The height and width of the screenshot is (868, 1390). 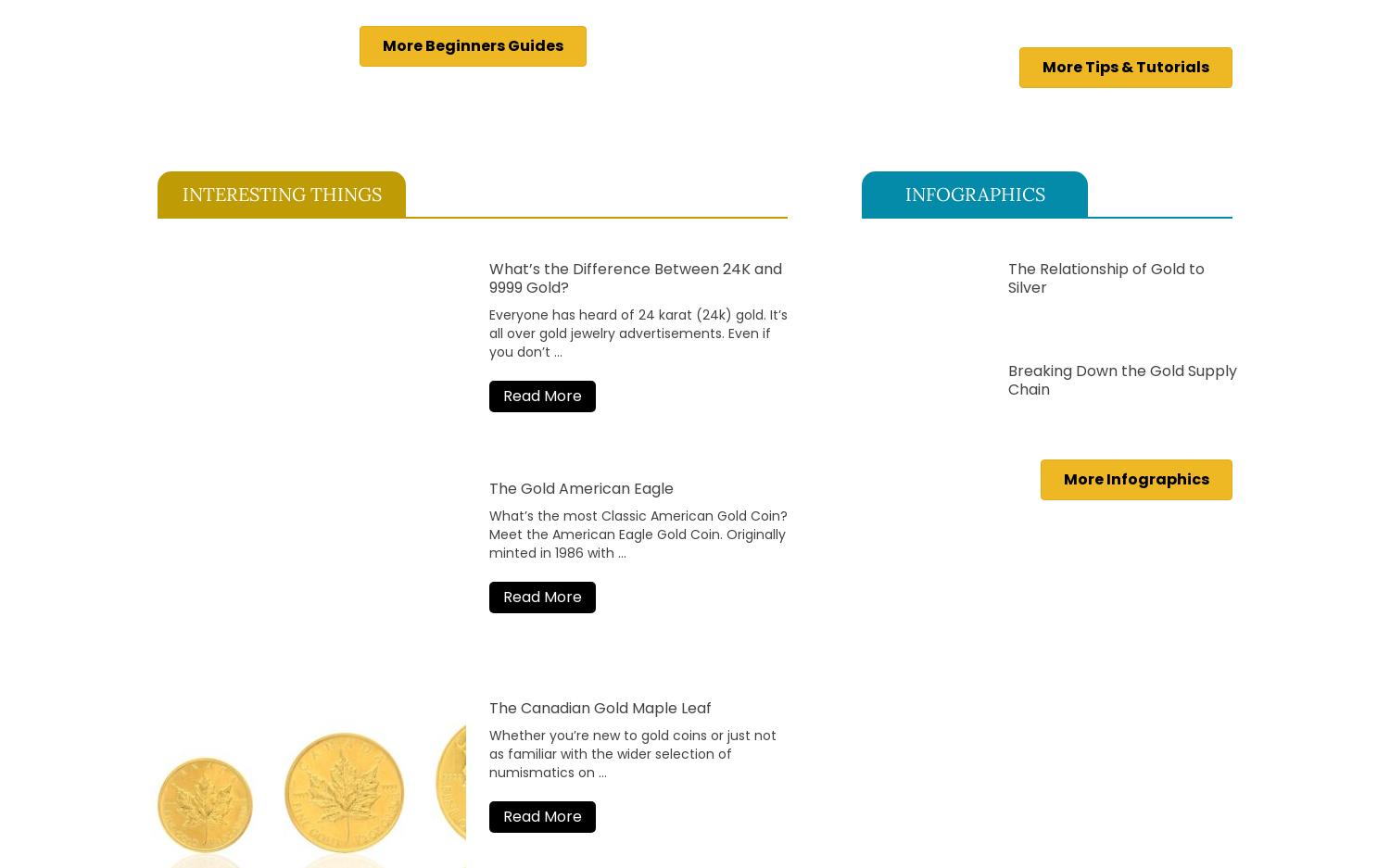 I want to click on 'The Relationship of Gold to Silver', so click(x=1006, y=276).